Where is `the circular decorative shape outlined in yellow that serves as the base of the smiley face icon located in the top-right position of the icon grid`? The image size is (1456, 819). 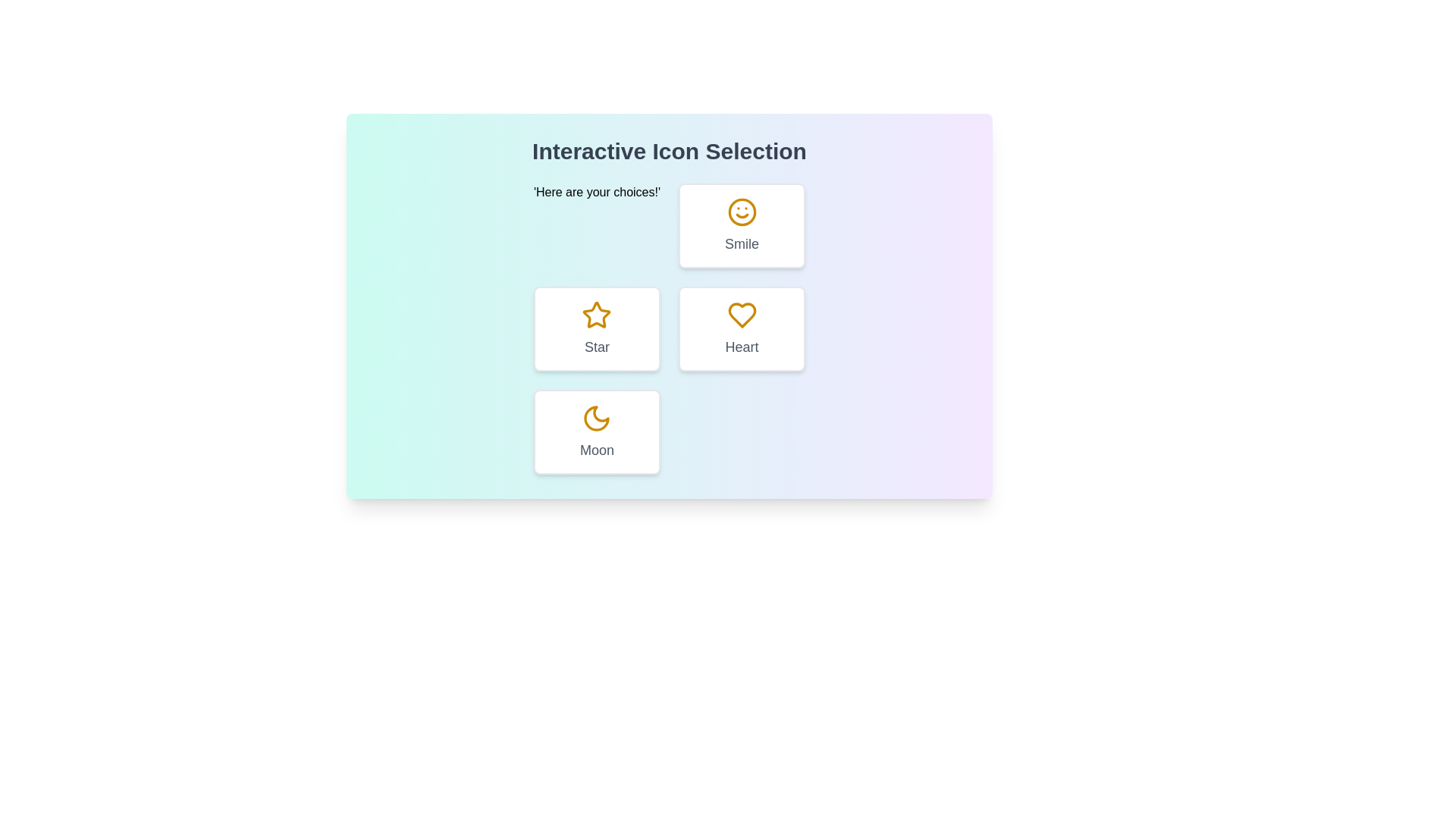 the circular decorative shape outlined in yellow that serves as the base of the smiley face icon located in the top-right position of the icon grid is located at coordinates (742, 212).